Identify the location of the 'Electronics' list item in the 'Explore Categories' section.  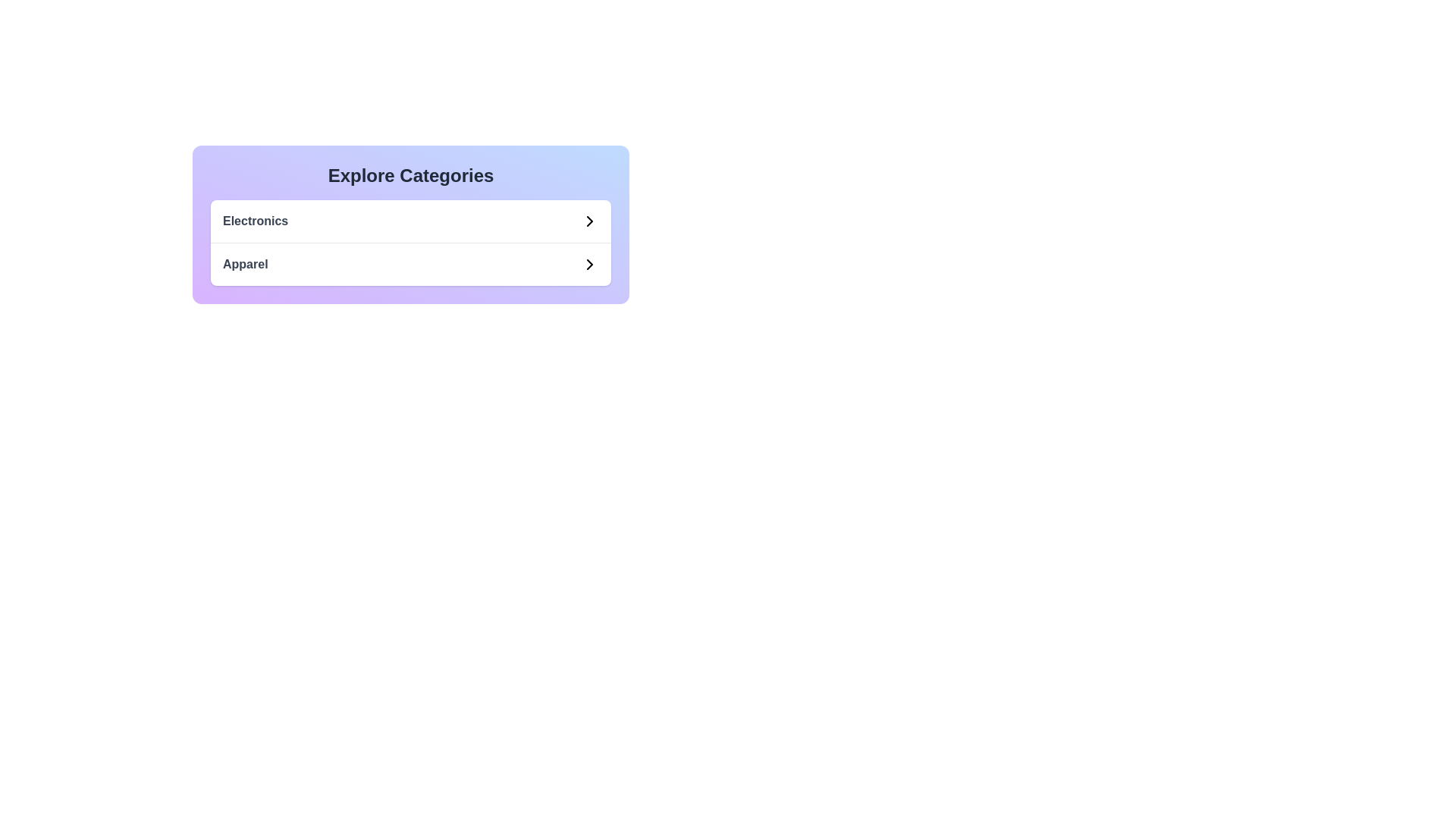
(411, 221).